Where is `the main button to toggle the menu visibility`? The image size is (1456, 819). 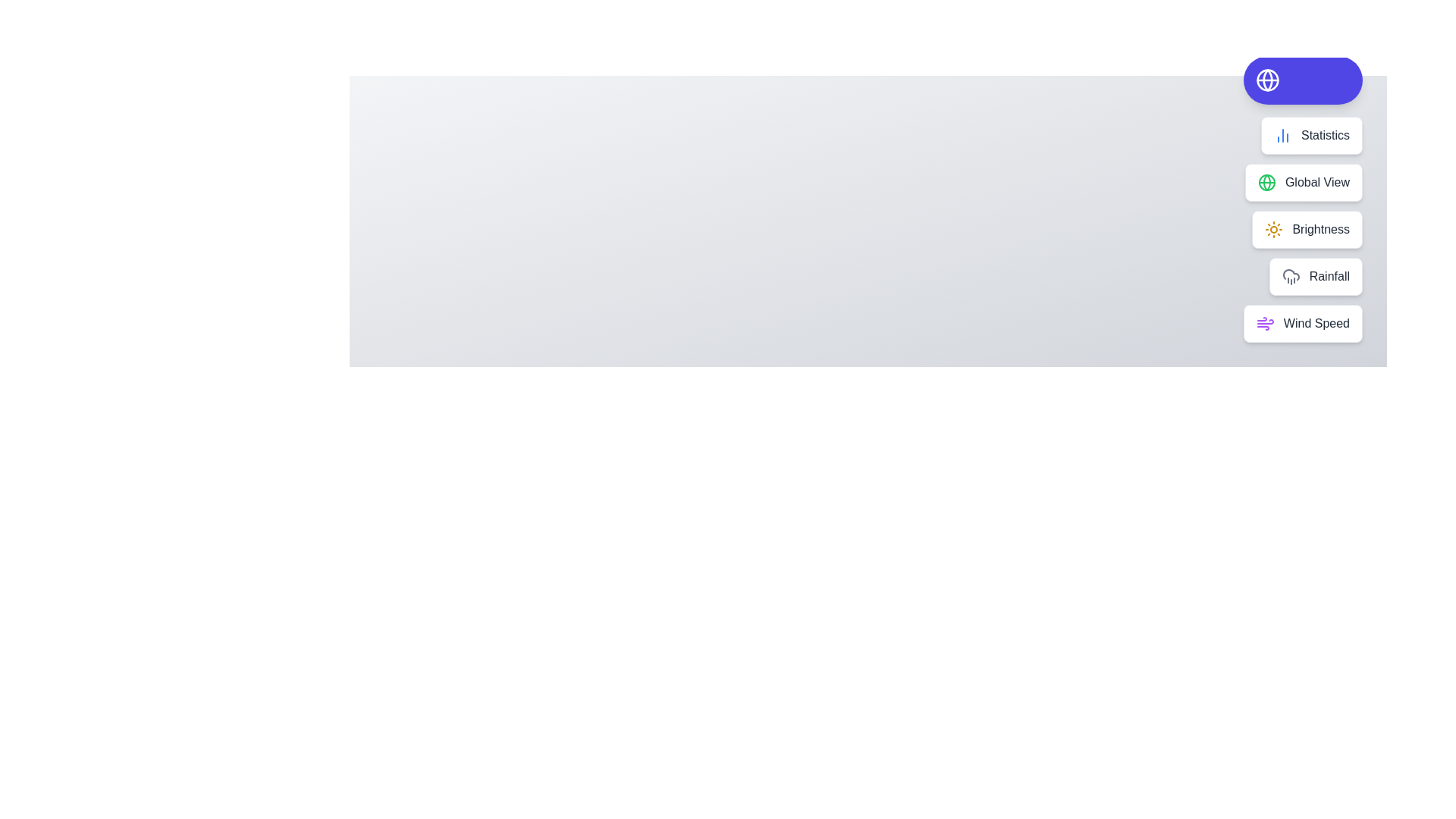 the main button to toggle the menu visibility is located at coordinates (1302, 80).